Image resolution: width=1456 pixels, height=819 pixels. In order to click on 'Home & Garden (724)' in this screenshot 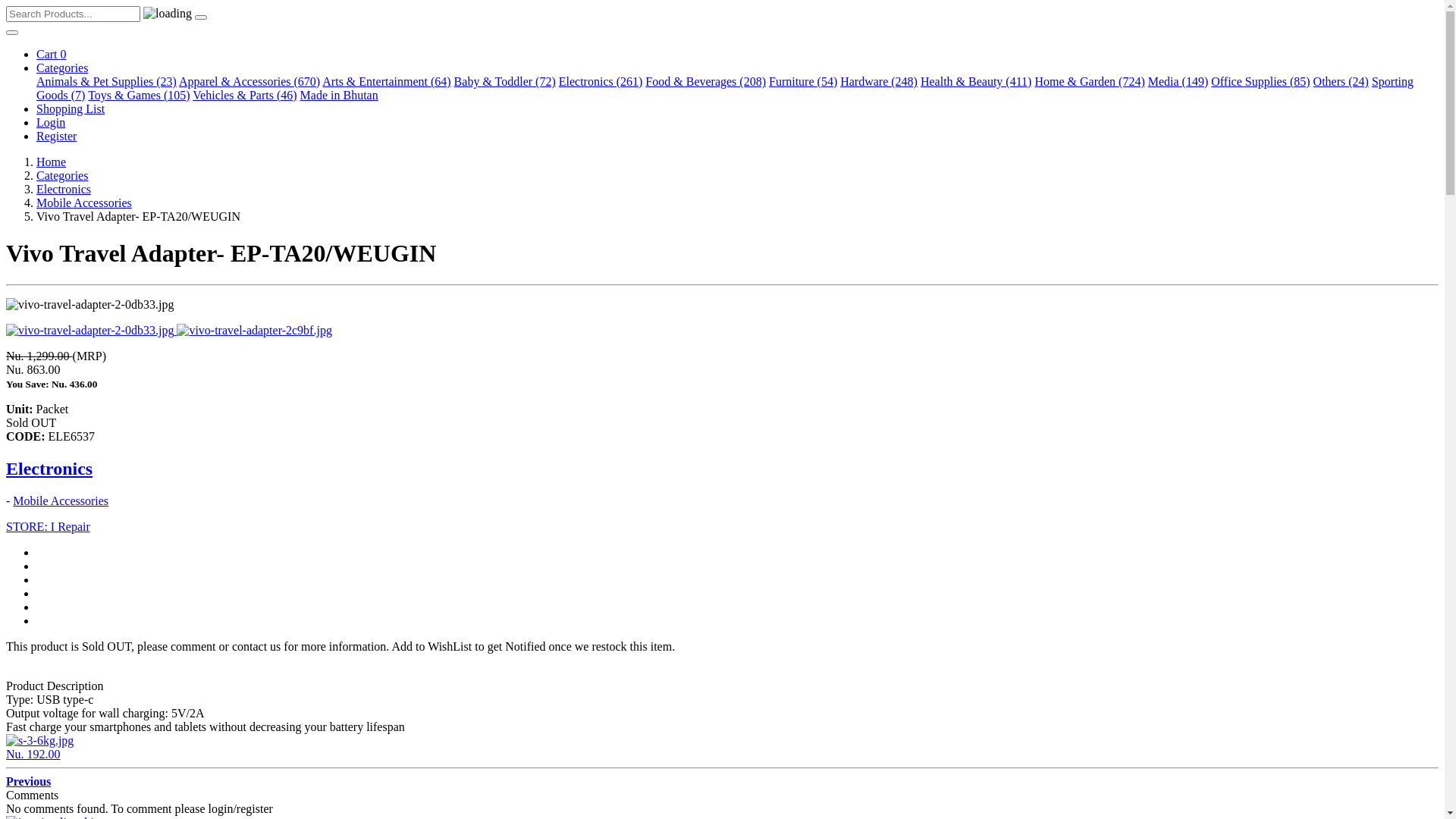, I will do `click(1088, 81)`.